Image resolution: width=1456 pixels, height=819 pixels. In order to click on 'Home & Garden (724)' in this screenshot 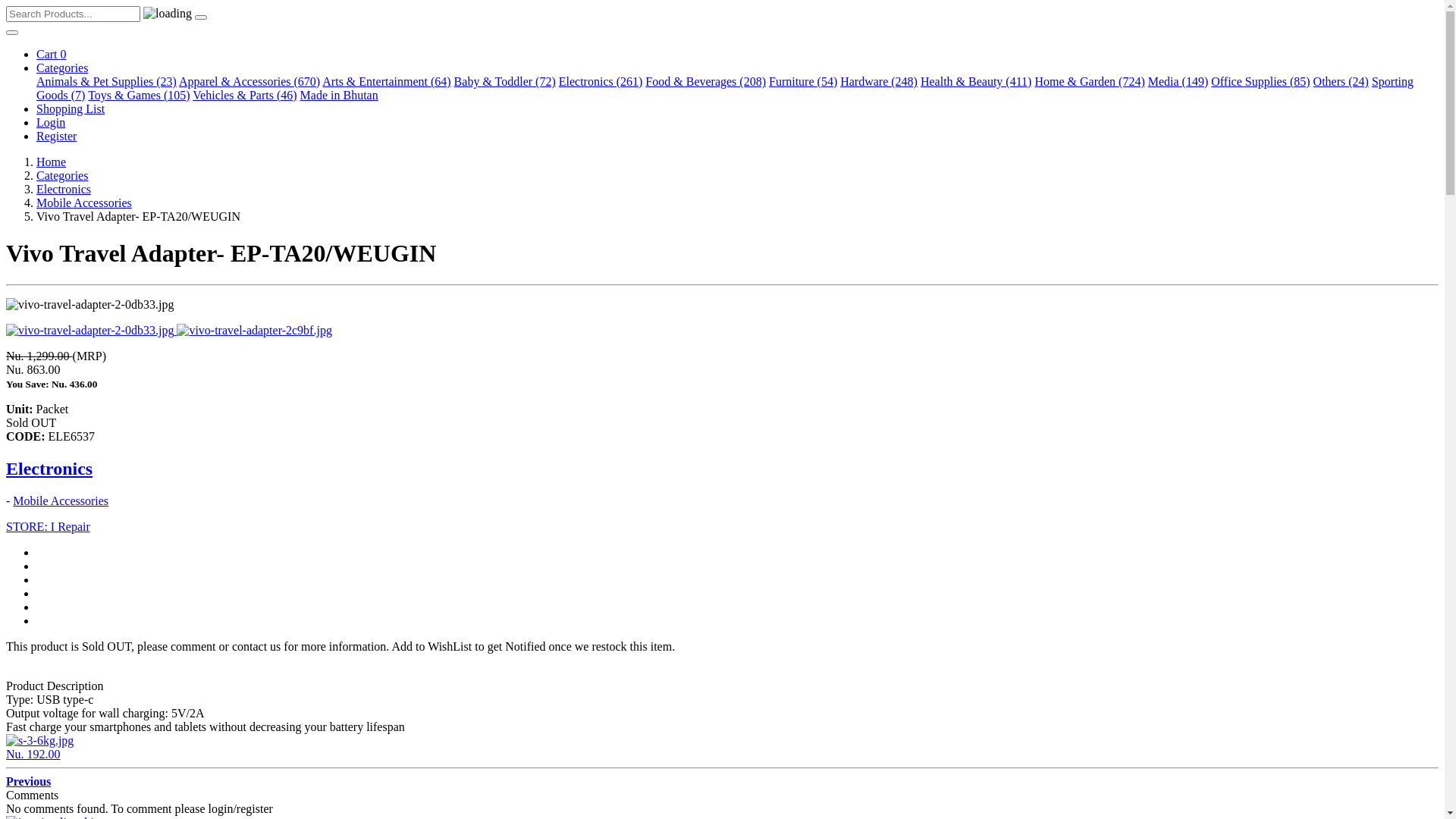, I will do `click(1088, 81)`.